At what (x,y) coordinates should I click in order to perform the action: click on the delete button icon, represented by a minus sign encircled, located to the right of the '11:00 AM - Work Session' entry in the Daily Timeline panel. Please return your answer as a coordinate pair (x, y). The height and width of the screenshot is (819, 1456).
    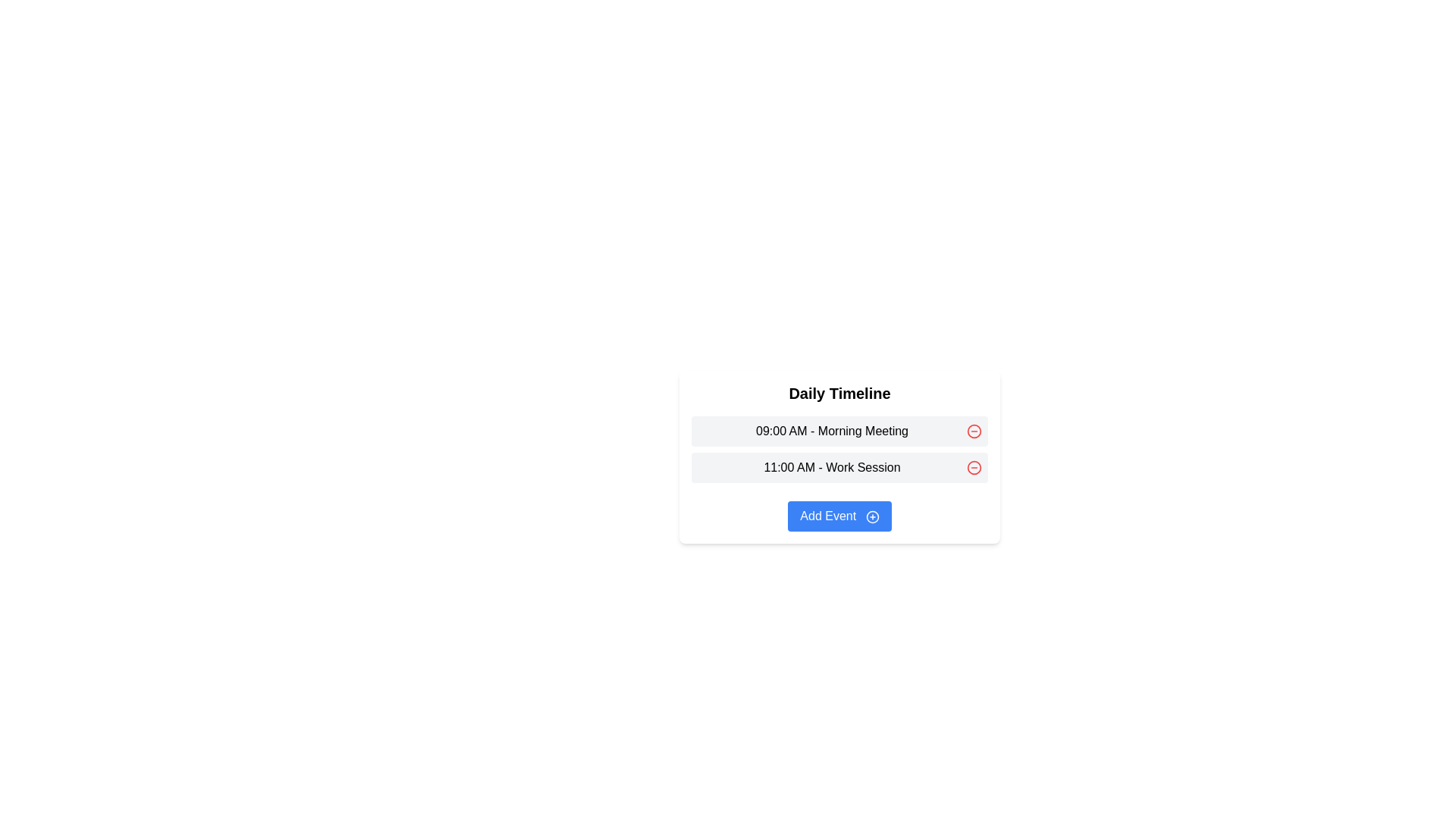
    Looking at the image, I should click on (974, 467).